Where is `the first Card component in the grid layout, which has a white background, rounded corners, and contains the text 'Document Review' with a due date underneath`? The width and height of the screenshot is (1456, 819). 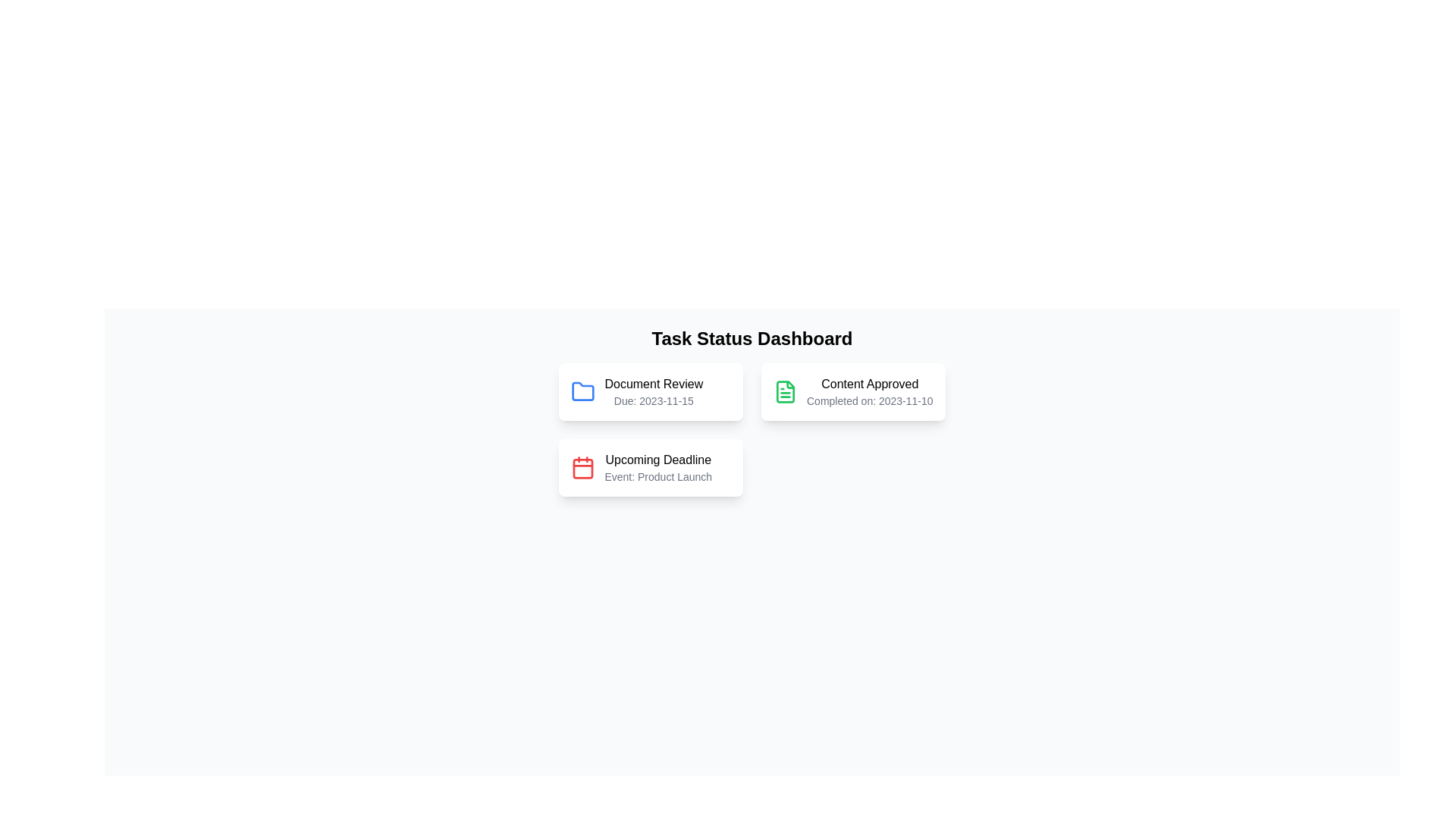 the first Card component in the grid layout, which has a white background, rounded corners, and contains the text 'Document Review' with a due date underneath is located at coordinates (651, 391).